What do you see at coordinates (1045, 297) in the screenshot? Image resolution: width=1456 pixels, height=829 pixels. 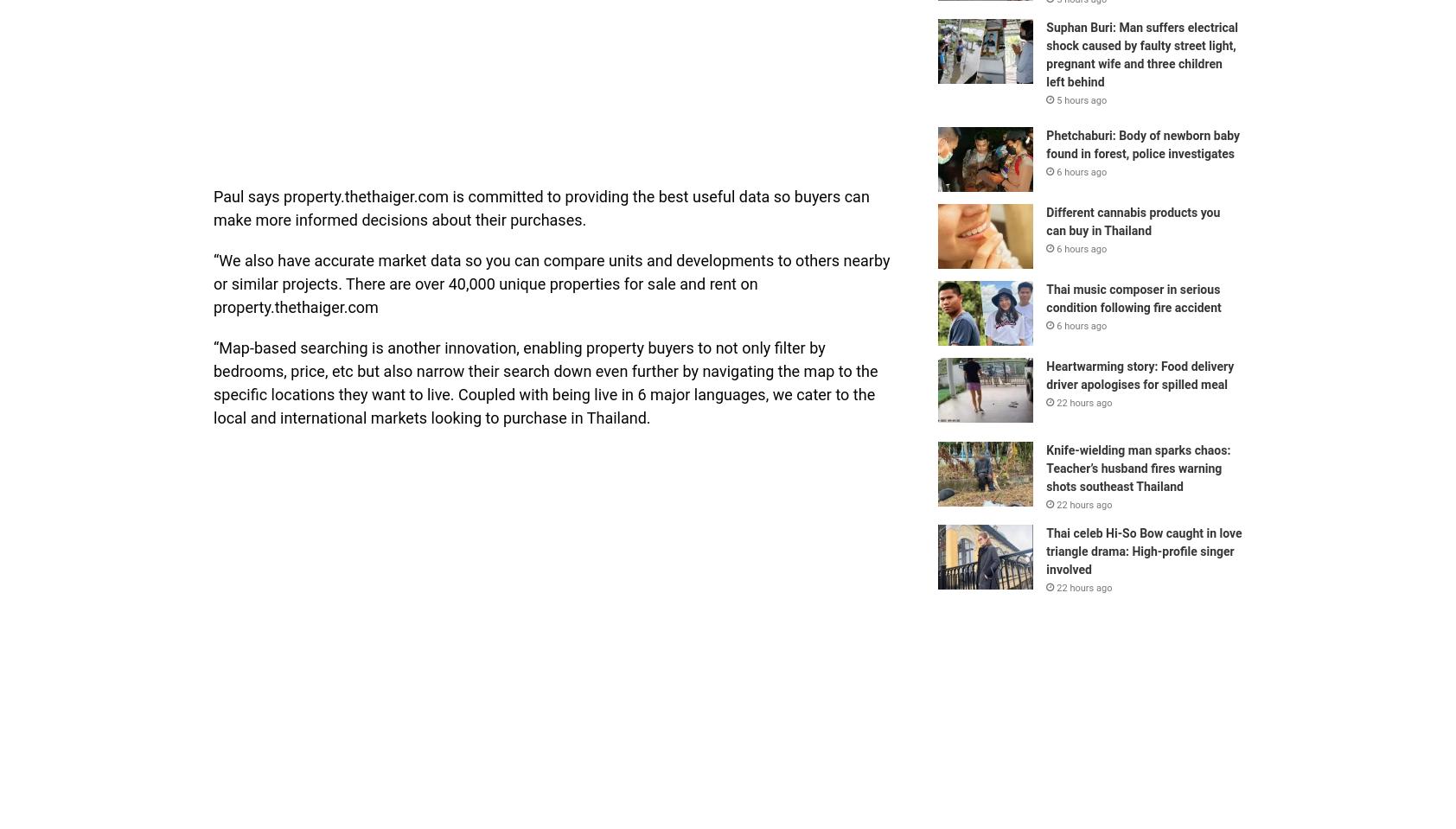 I see `'Thai music composer in serious condition following fire accident'` at bounding box center [1045, 297].